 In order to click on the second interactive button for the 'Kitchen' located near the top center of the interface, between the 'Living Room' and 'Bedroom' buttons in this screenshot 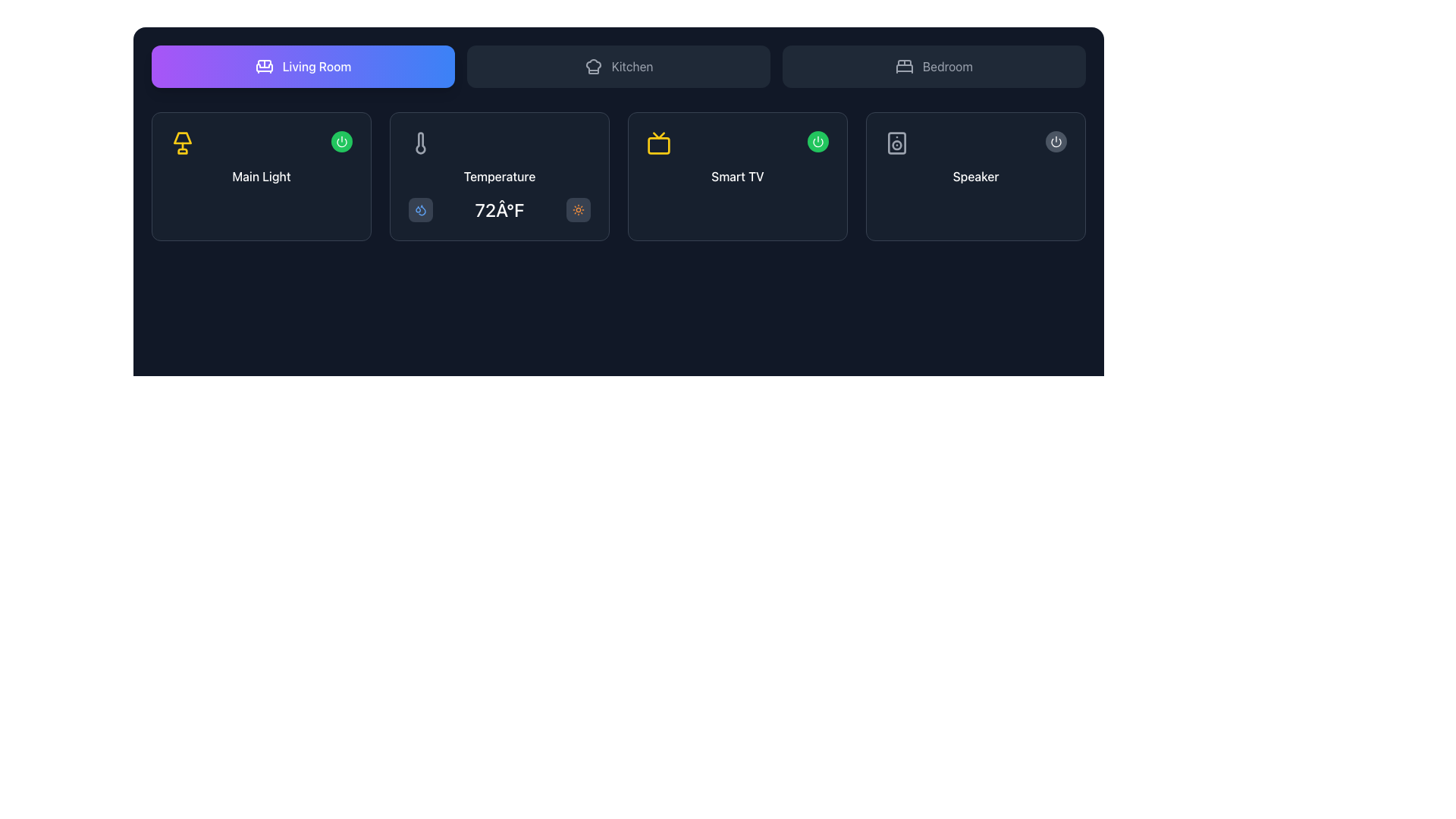, I will do `click(619, 66)`.